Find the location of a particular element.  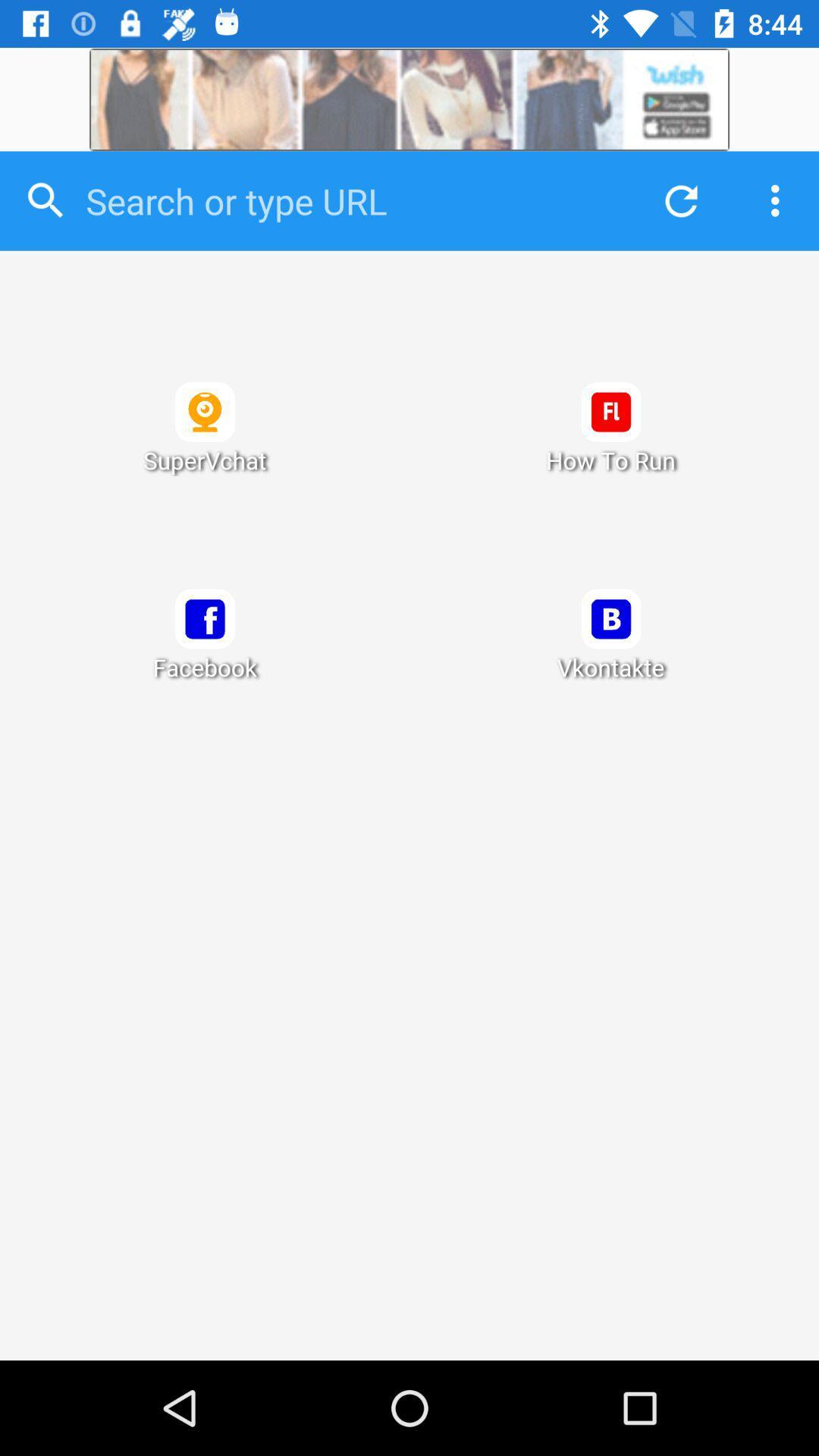

type in url is located at coordinates (350, 200).